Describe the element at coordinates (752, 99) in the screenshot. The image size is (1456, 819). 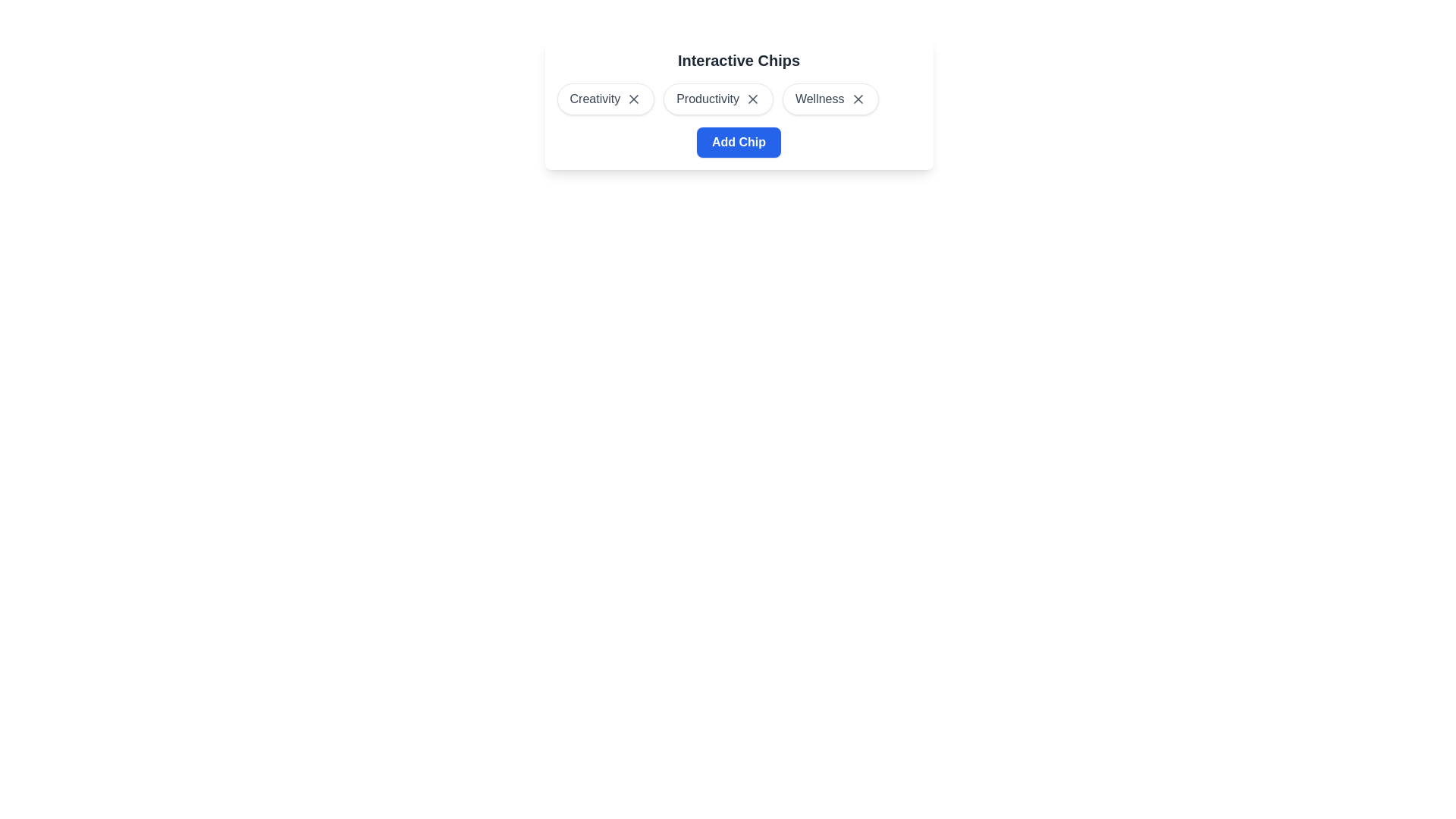
I see `the interactive 'X' icon button located within the 'Productivity' chip` at that location.